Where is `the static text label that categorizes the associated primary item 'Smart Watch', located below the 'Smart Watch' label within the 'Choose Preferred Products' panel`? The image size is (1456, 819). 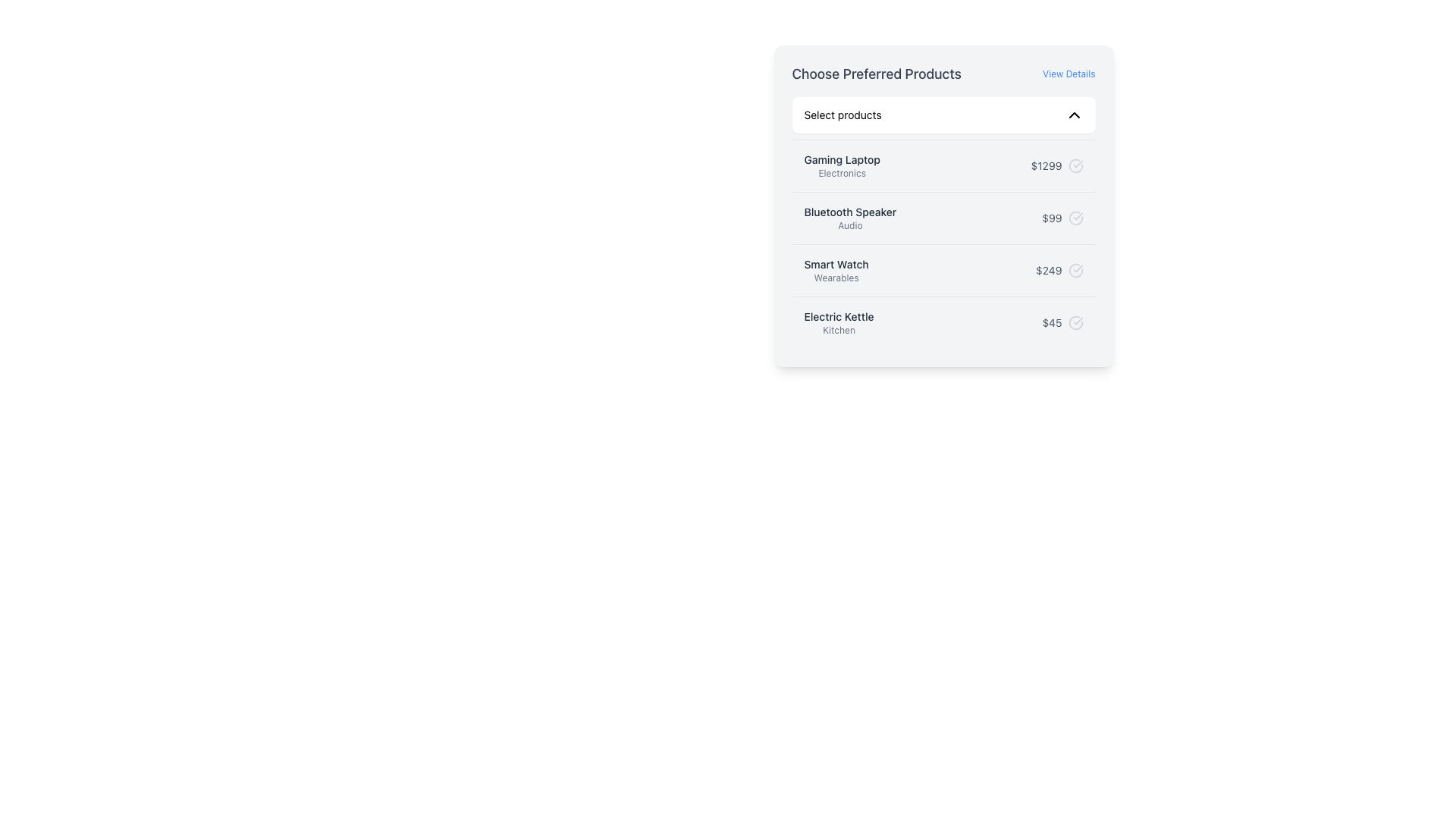 the static text label that categorizes the associated primary item 'Smart Watch', located below the 'Smart Watch' label within the 'Choose Preferred Products' panel is located at coordinates (836, 278).